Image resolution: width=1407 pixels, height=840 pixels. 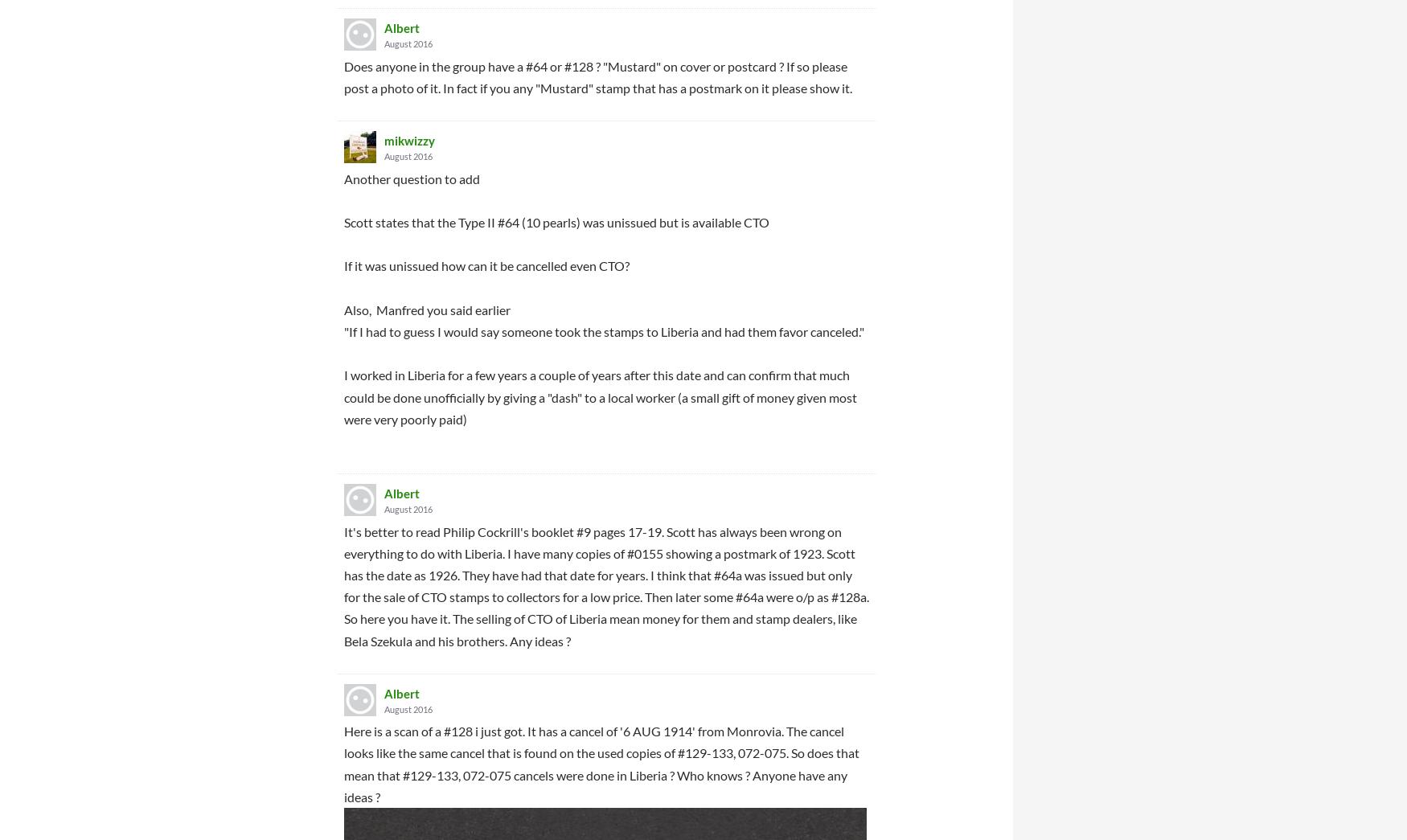 I want to click on 'It's better to read Philip Cockrill's booklet #9 pages 17-19. Scott has always been wrong on everything to do with Liberia. I have many copies of #0155 showing a postmark of 1923. Scott has the date as 1926. They have had that date for years. I think that #64a was issued but only for the sale of CTO stamps to collectors for a low price. Then later some #64a were o/p as #128a. So here you have it. The selling of CTO of Liberia mean money for them and stamp dealers, like Bela Szekula and his brothers. Any ideas ?', so click(x=605, y=584).